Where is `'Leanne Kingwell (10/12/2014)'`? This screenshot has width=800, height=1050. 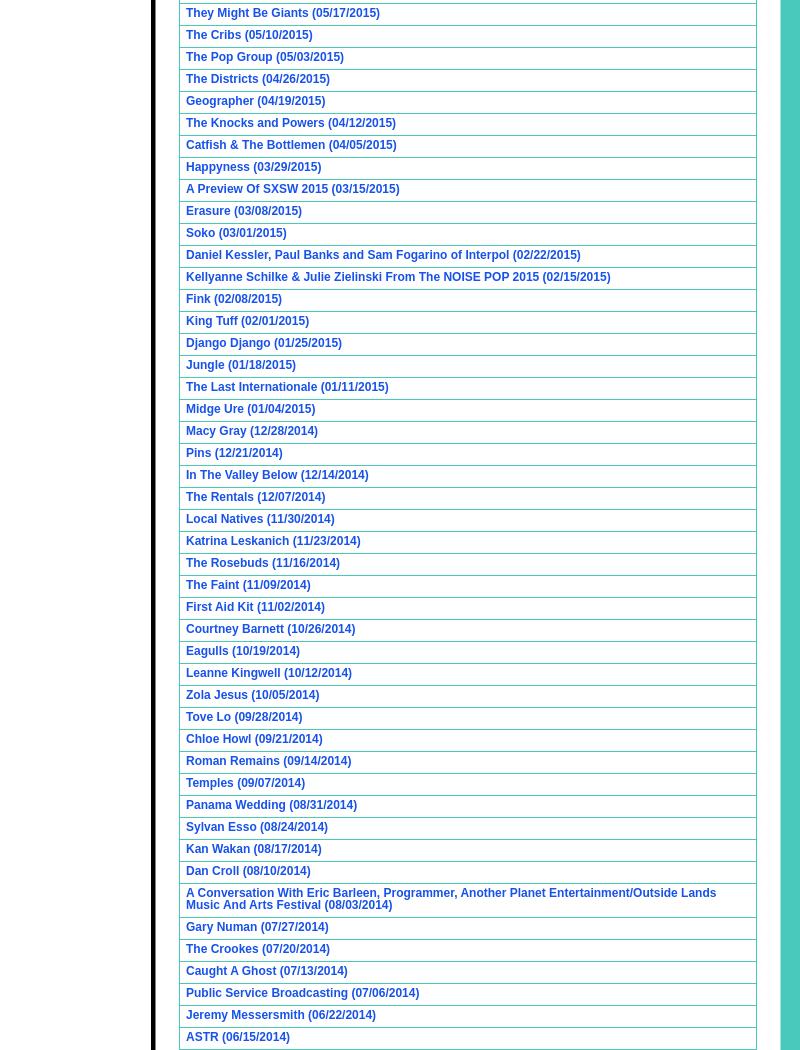 'Leanne Kingwell (10/12/2014)' is located at coordinates (268, 672).